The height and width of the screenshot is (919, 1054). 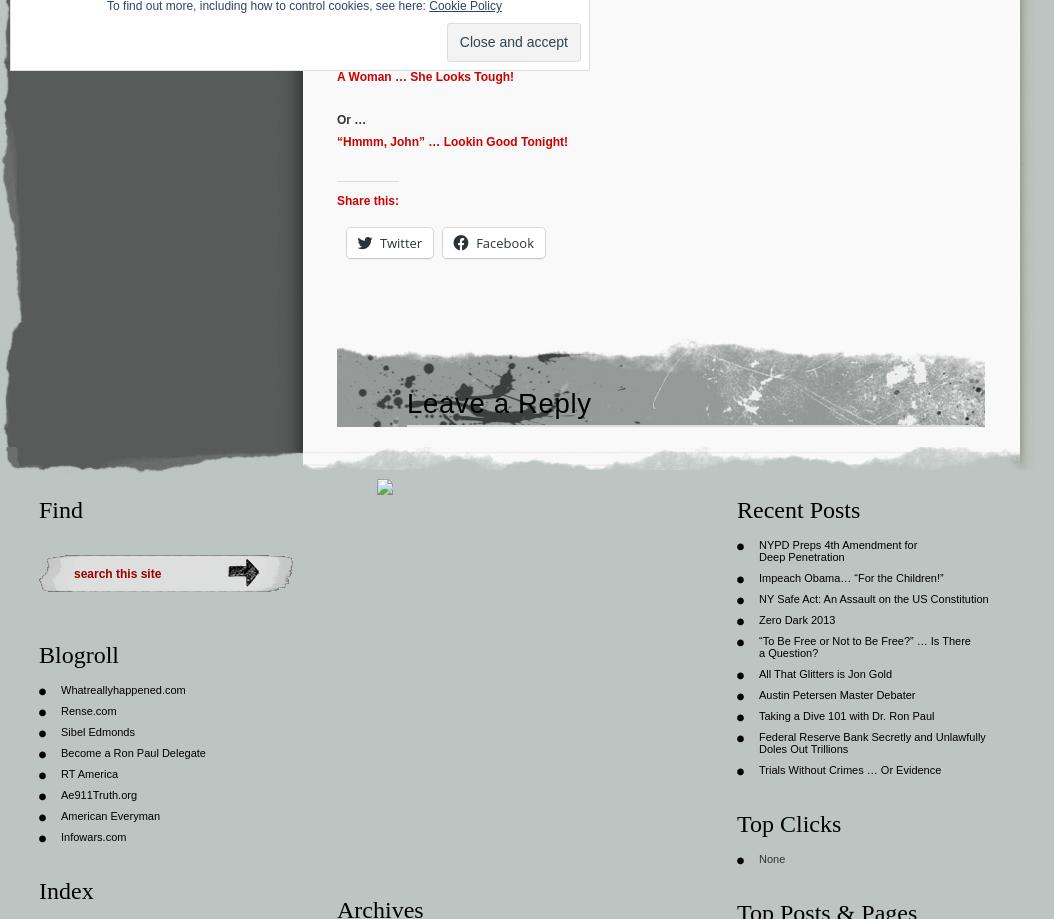 I want to click on 'NY Safe Act: An Assault on the US Constitution', so click(x=873, y=597).